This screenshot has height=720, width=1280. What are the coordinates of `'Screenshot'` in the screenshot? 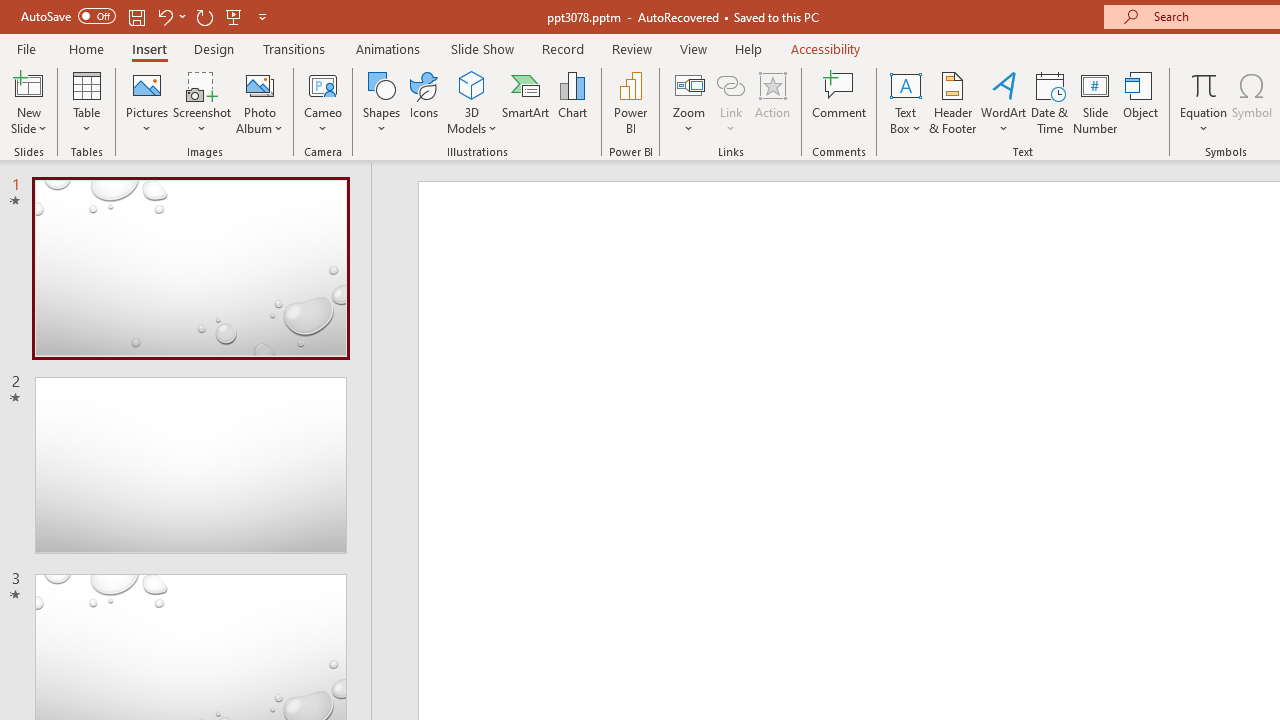 It's located at (202, 103).